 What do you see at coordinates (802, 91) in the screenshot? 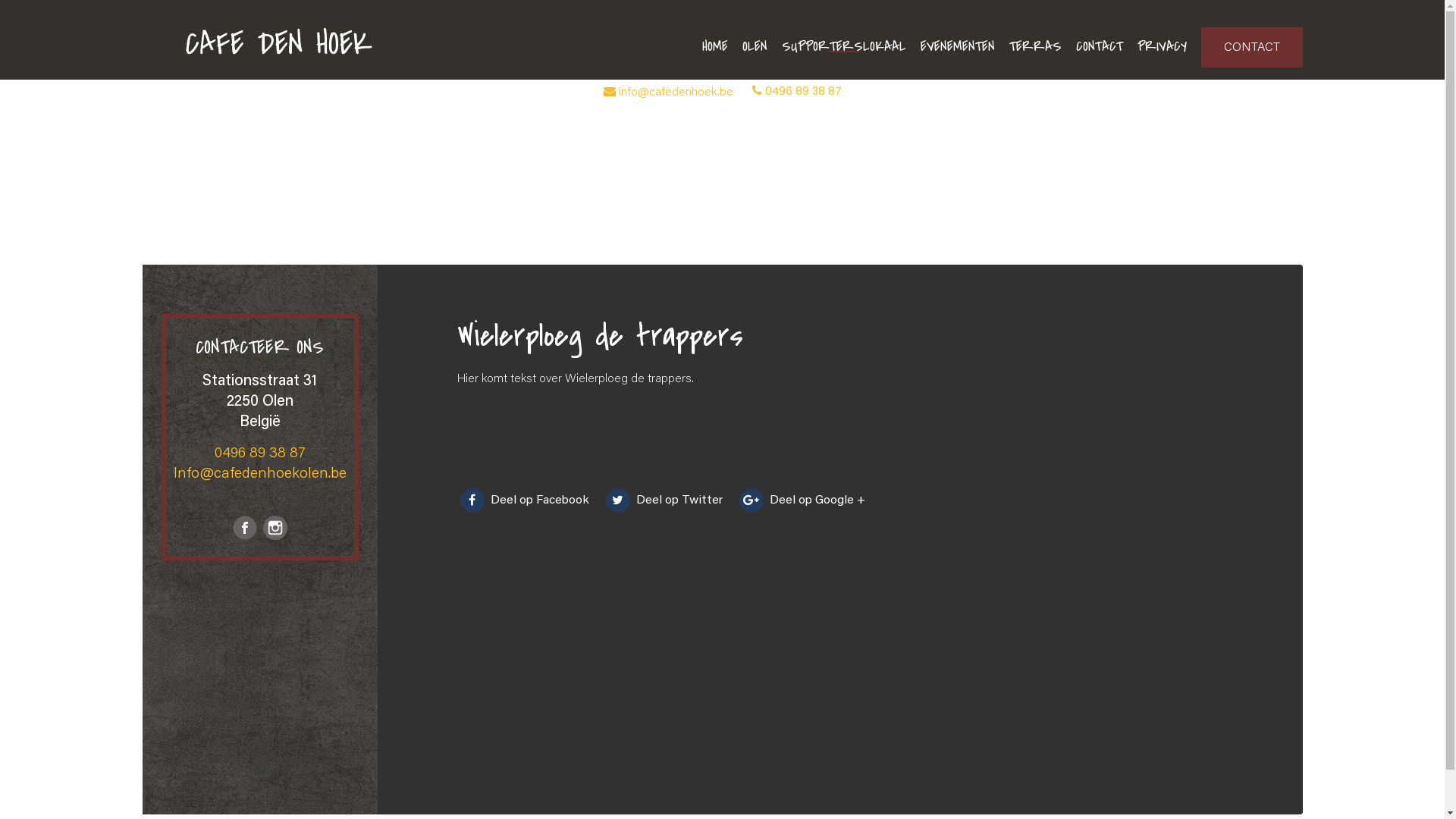
I see `'0496 89 38 87'` at bounding box center [802, 91].